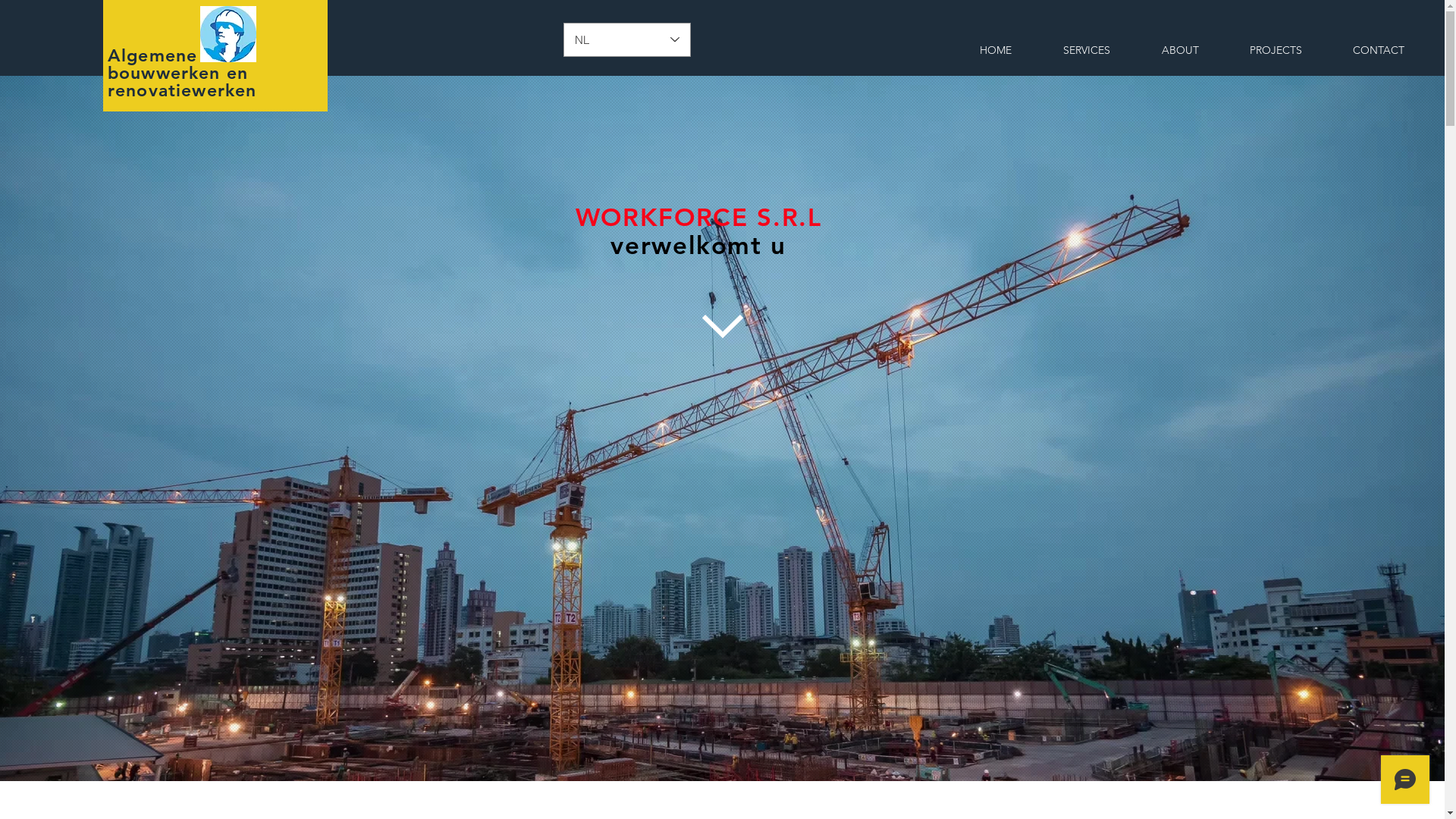  I want to click on 'HOME', so click(996, 49).